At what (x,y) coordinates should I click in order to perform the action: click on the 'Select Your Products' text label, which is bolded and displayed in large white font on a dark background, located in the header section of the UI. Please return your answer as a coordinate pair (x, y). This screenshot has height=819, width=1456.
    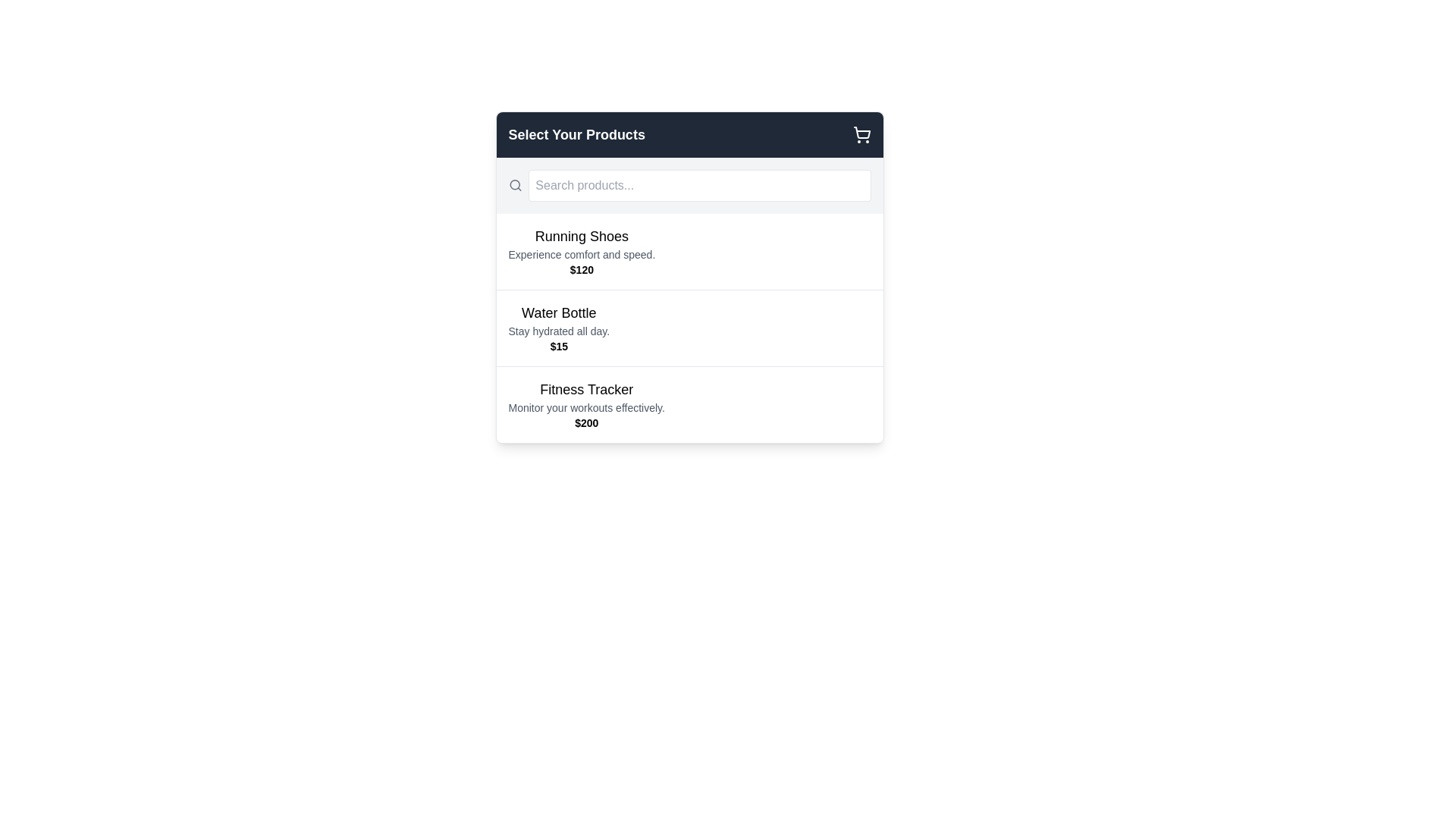
    Looking at the image, I should click on (576, 133).